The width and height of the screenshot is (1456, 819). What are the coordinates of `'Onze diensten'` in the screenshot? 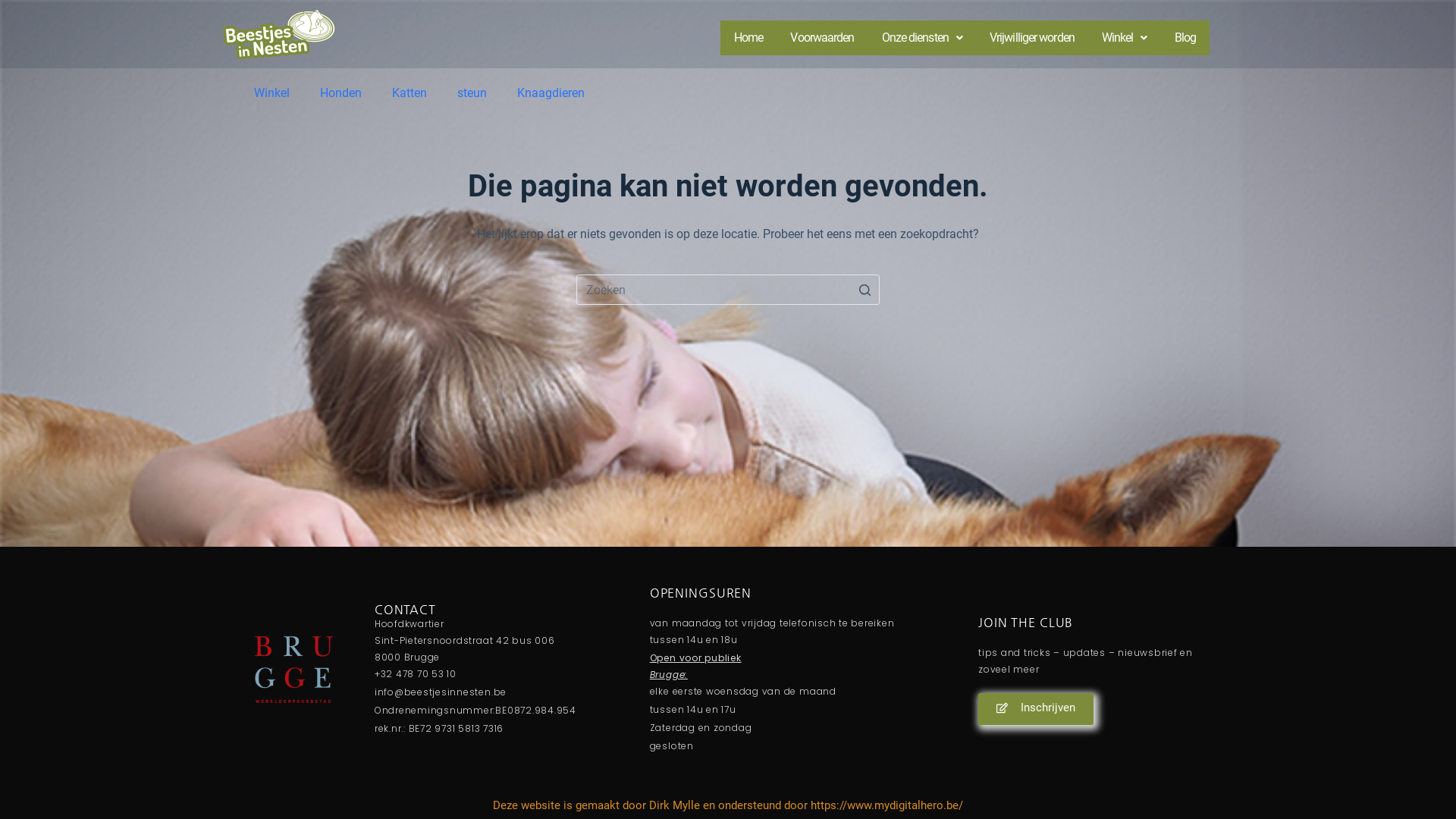 It's located at (921, 37).